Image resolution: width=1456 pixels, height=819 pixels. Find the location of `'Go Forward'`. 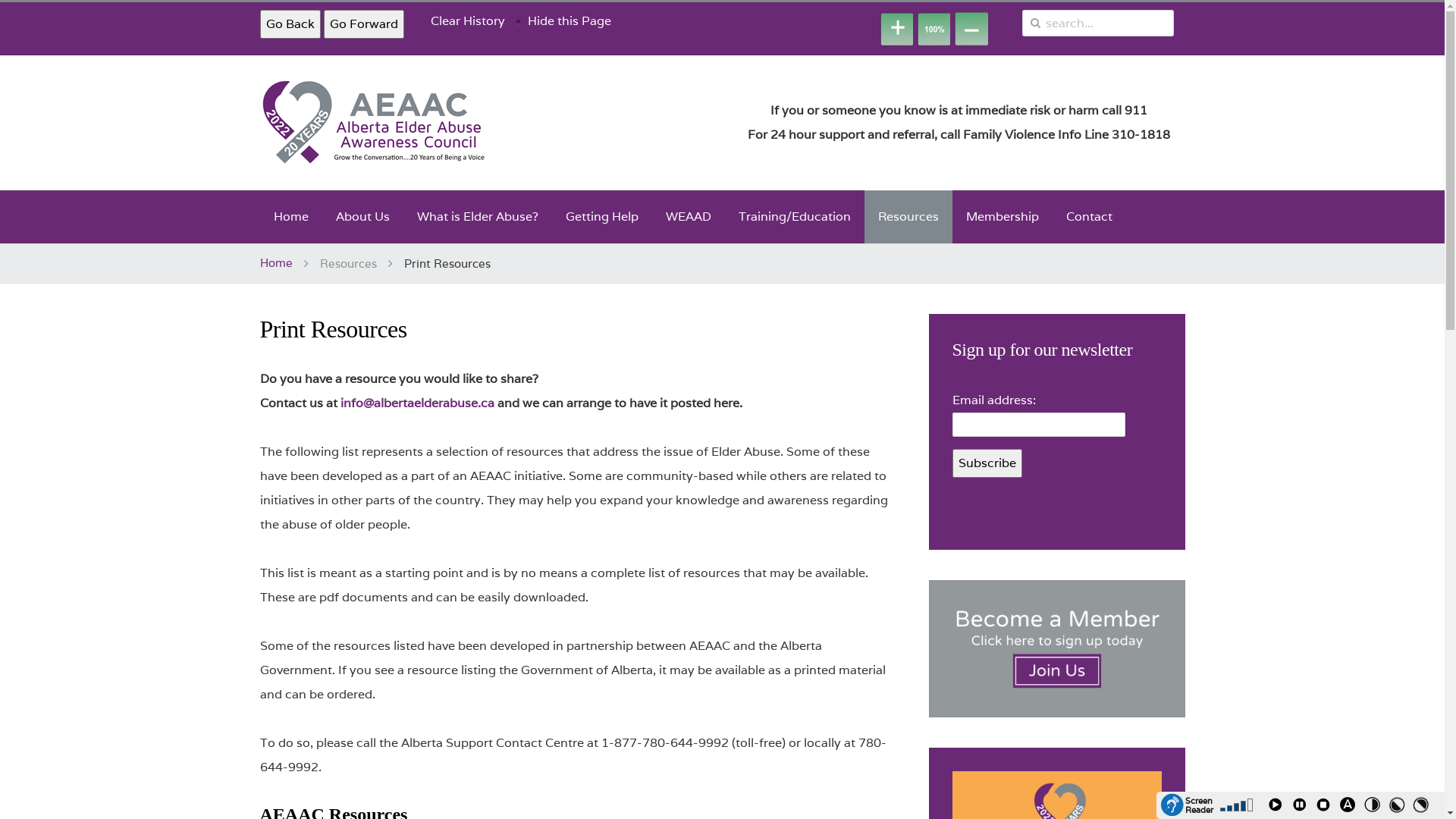

'Go Forward' is located at coordinates (362, 24).